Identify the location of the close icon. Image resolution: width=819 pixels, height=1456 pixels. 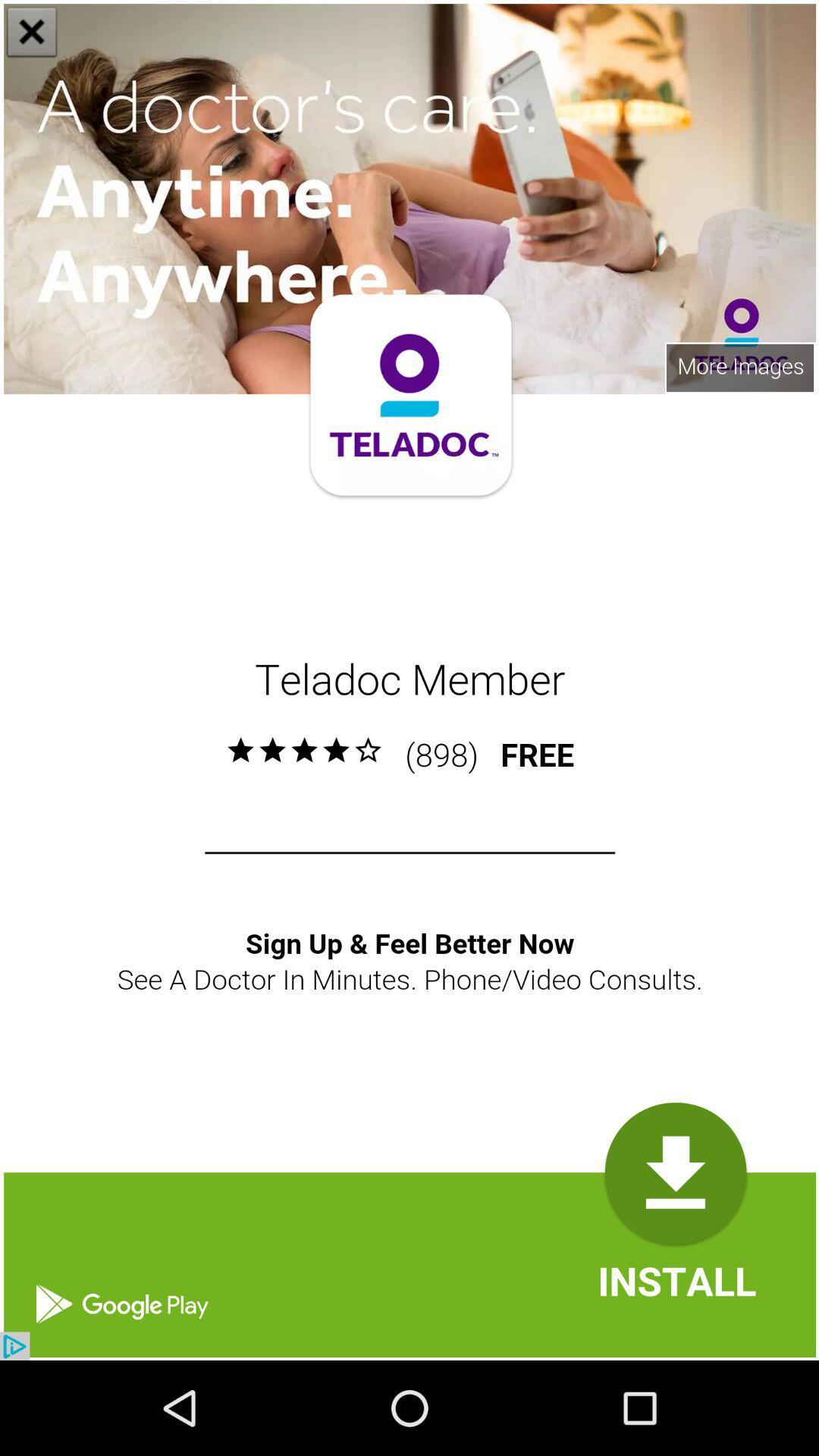
(32, 32).